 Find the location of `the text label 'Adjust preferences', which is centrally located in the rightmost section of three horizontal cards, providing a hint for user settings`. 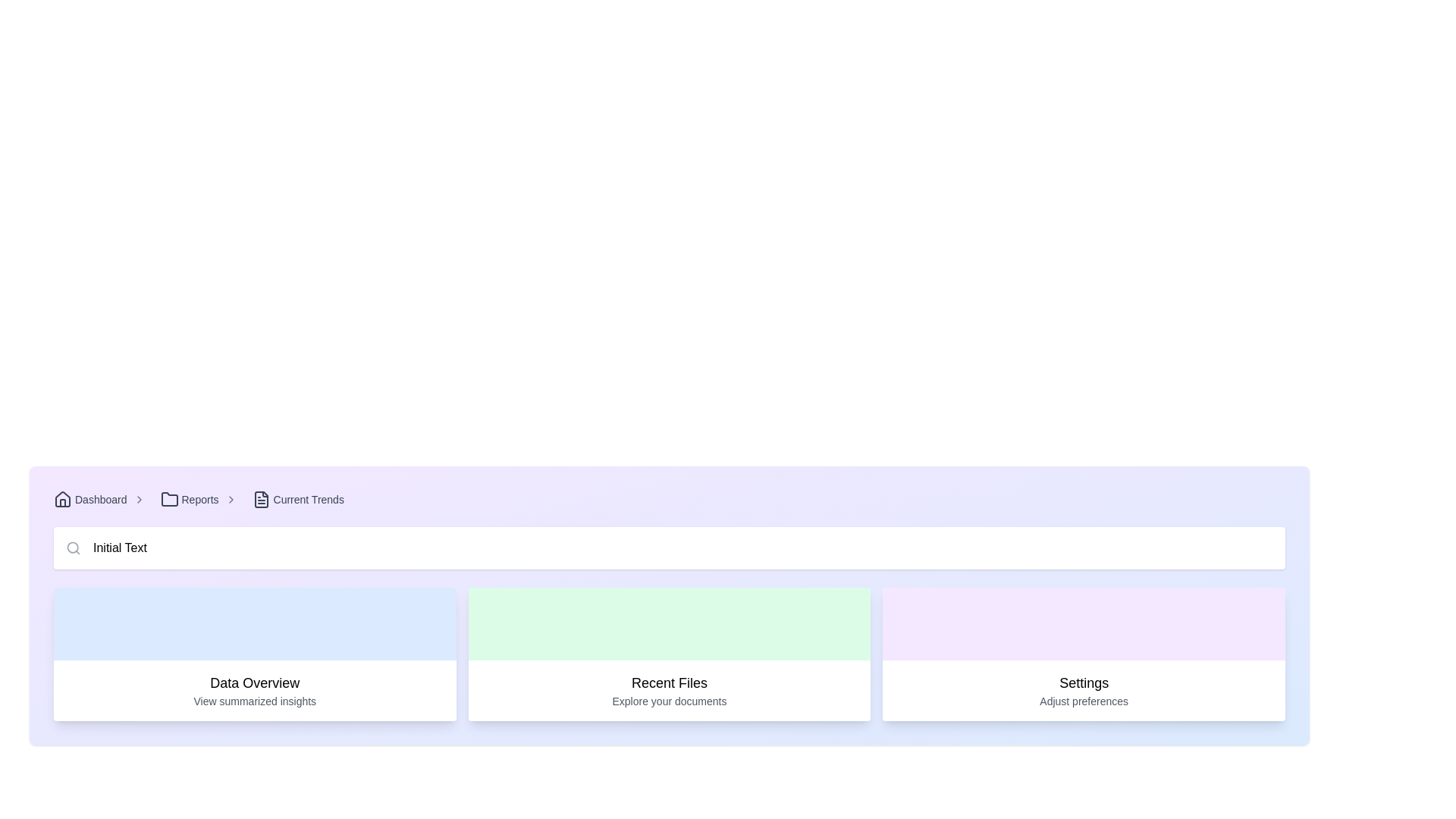

the text label 'Adjust preferences', which is centrally located in the rightmost section of three horizontal cards, providing a hint for user settings is located at coordinates (1083, 701).